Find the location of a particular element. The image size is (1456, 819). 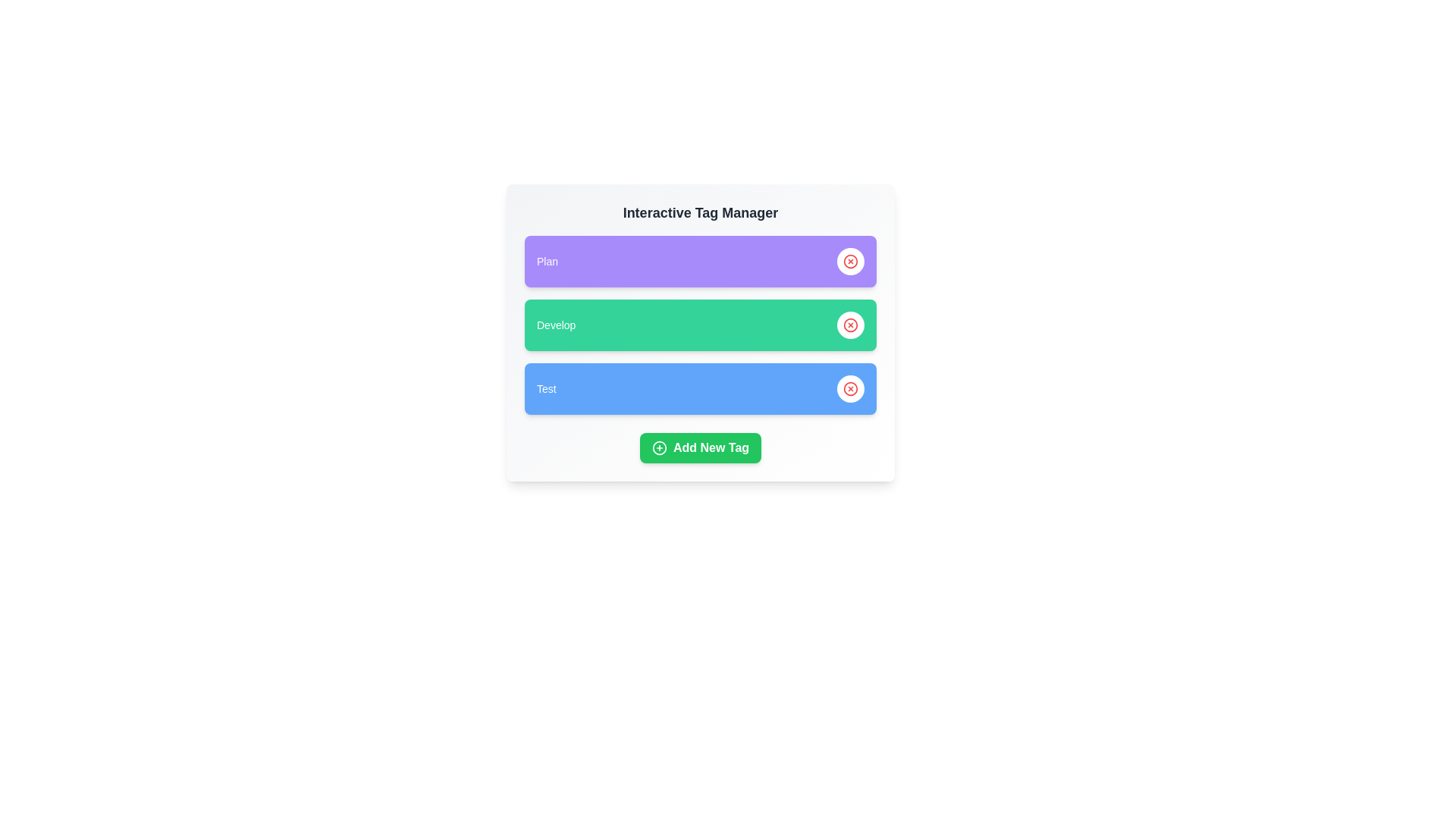

the 'Add New Tag' button to add a new tag is located at coordinates (700, 447).